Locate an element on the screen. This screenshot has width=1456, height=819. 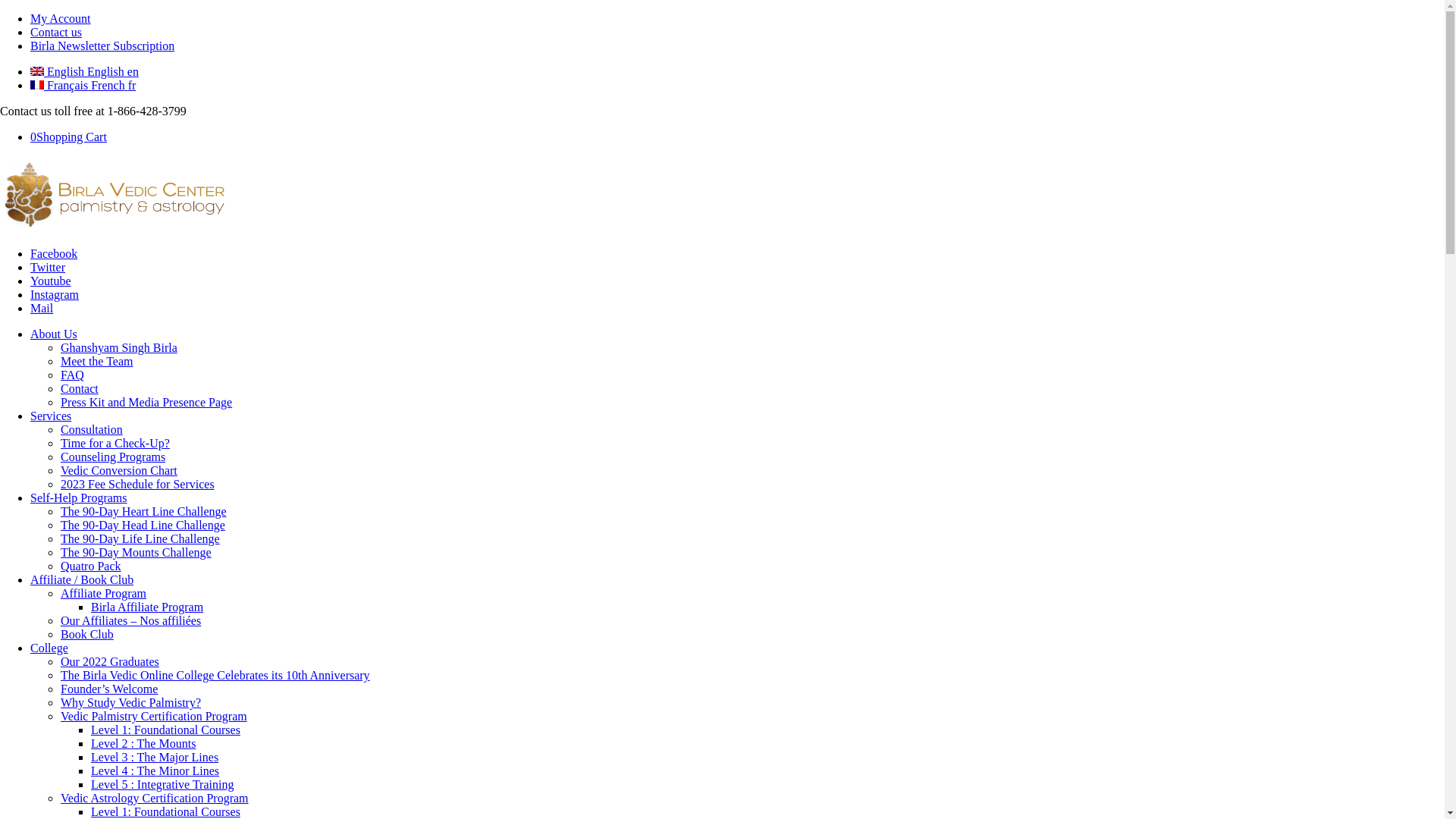
'Instagram' is located at coordinates (55, 294).